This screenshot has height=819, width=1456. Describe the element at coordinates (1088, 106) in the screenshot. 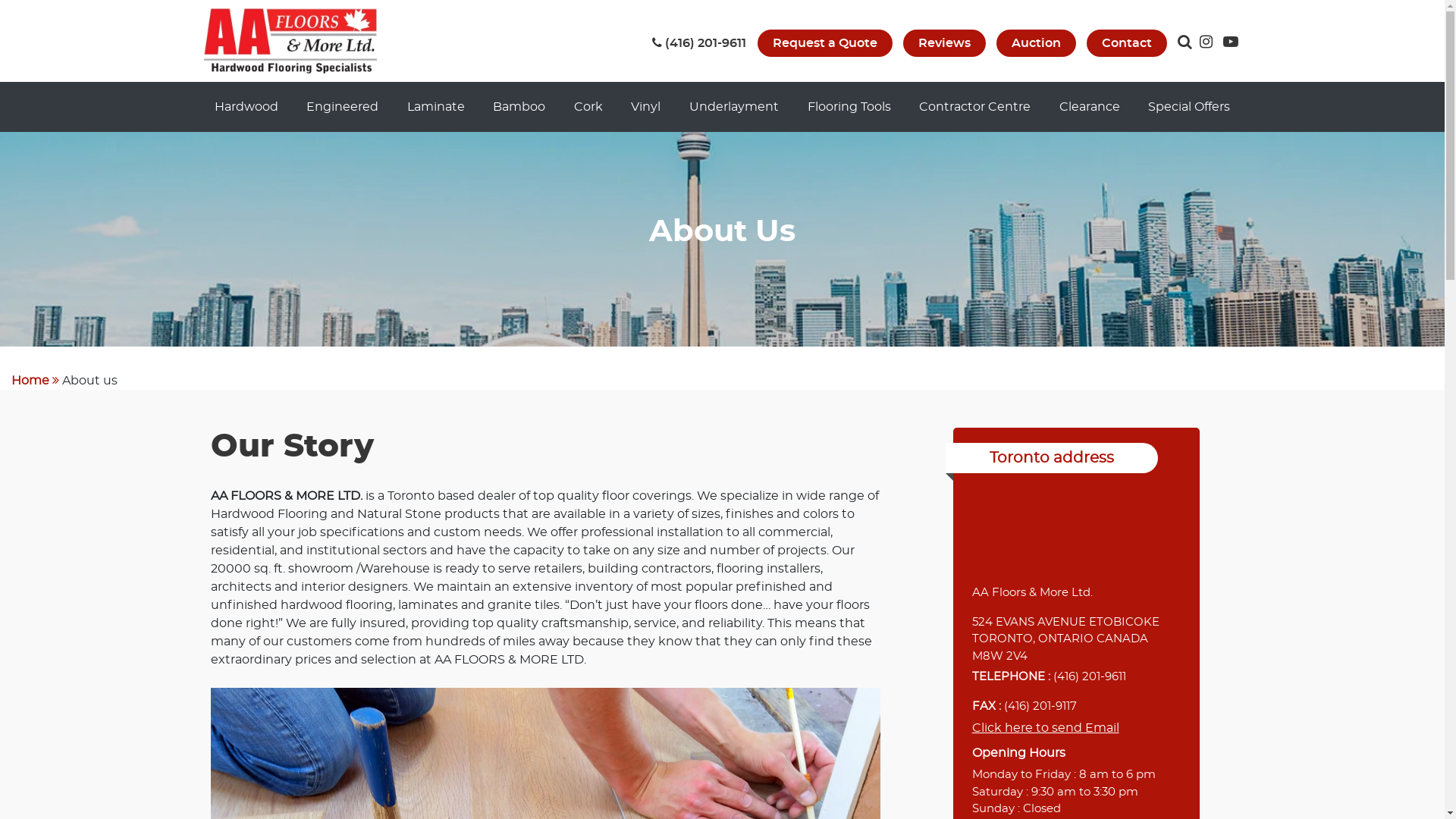

I see `'Clearance'` at that location.